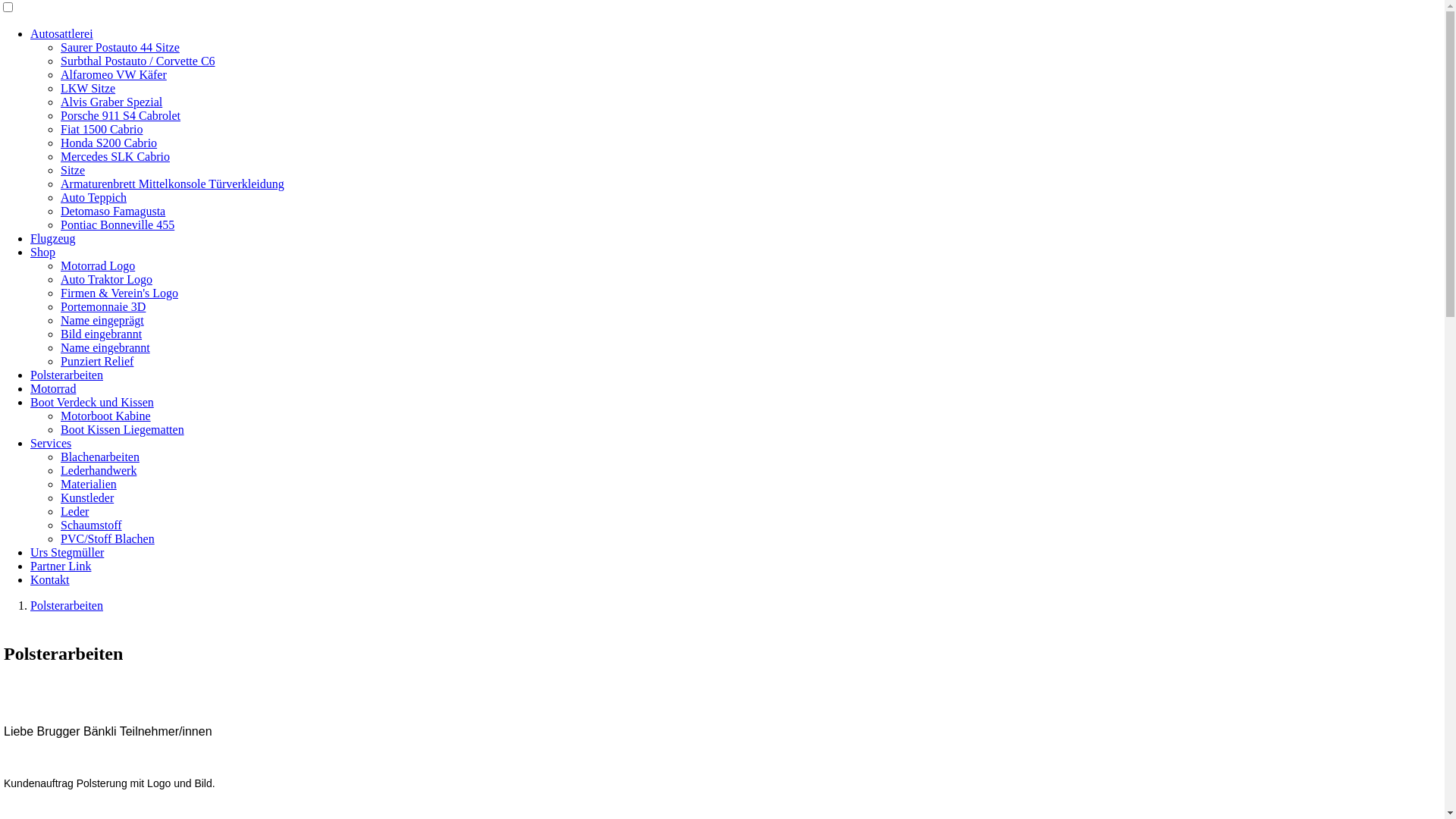 The height and width of the screenshot is (819, 1456). I want to click on 'Firmen & Verein's Logo', so click(118, 293).